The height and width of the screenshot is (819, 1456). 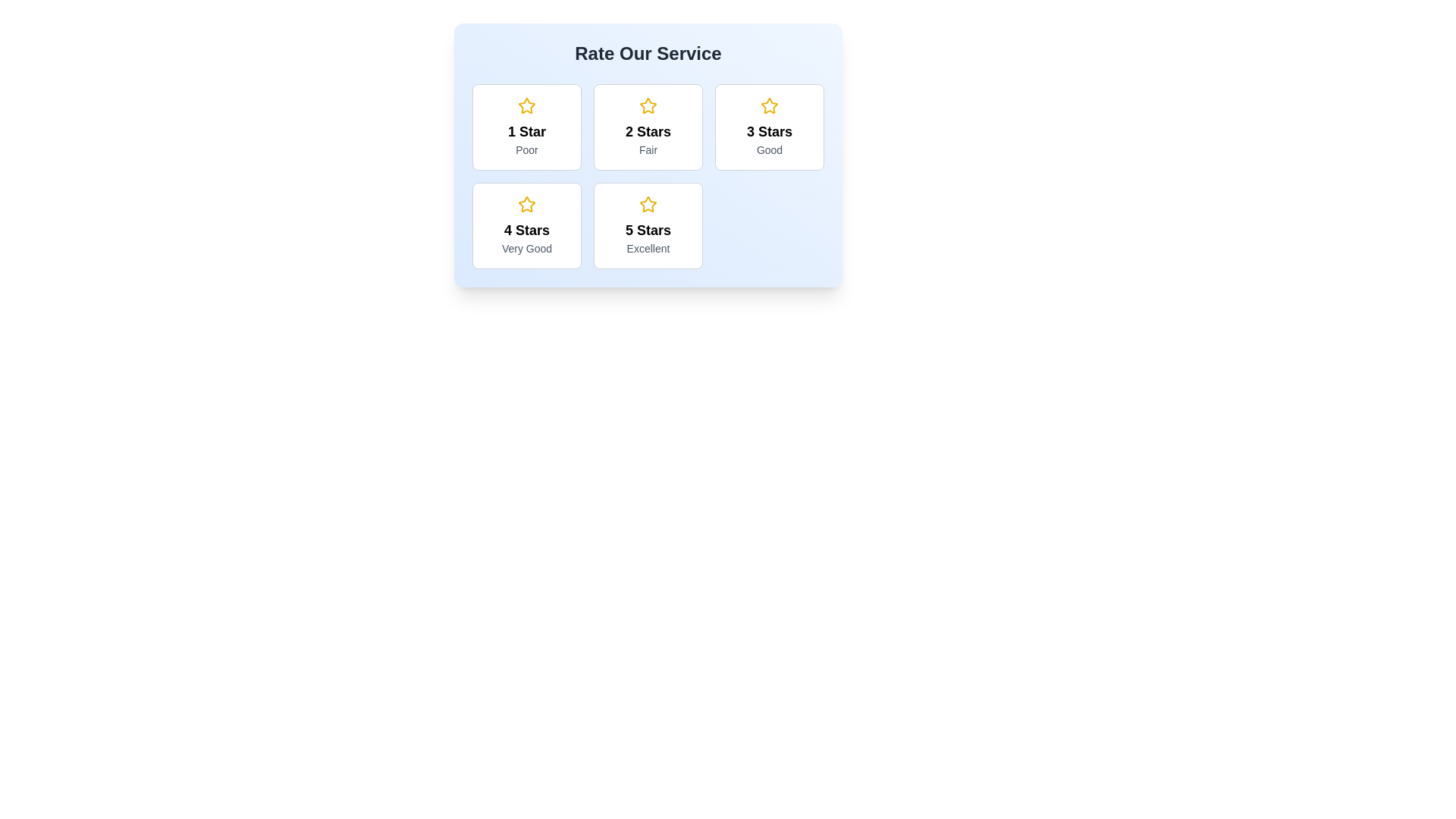 I want to click on the yellow star icon with a hollow interior, so click(x=527, y=203).